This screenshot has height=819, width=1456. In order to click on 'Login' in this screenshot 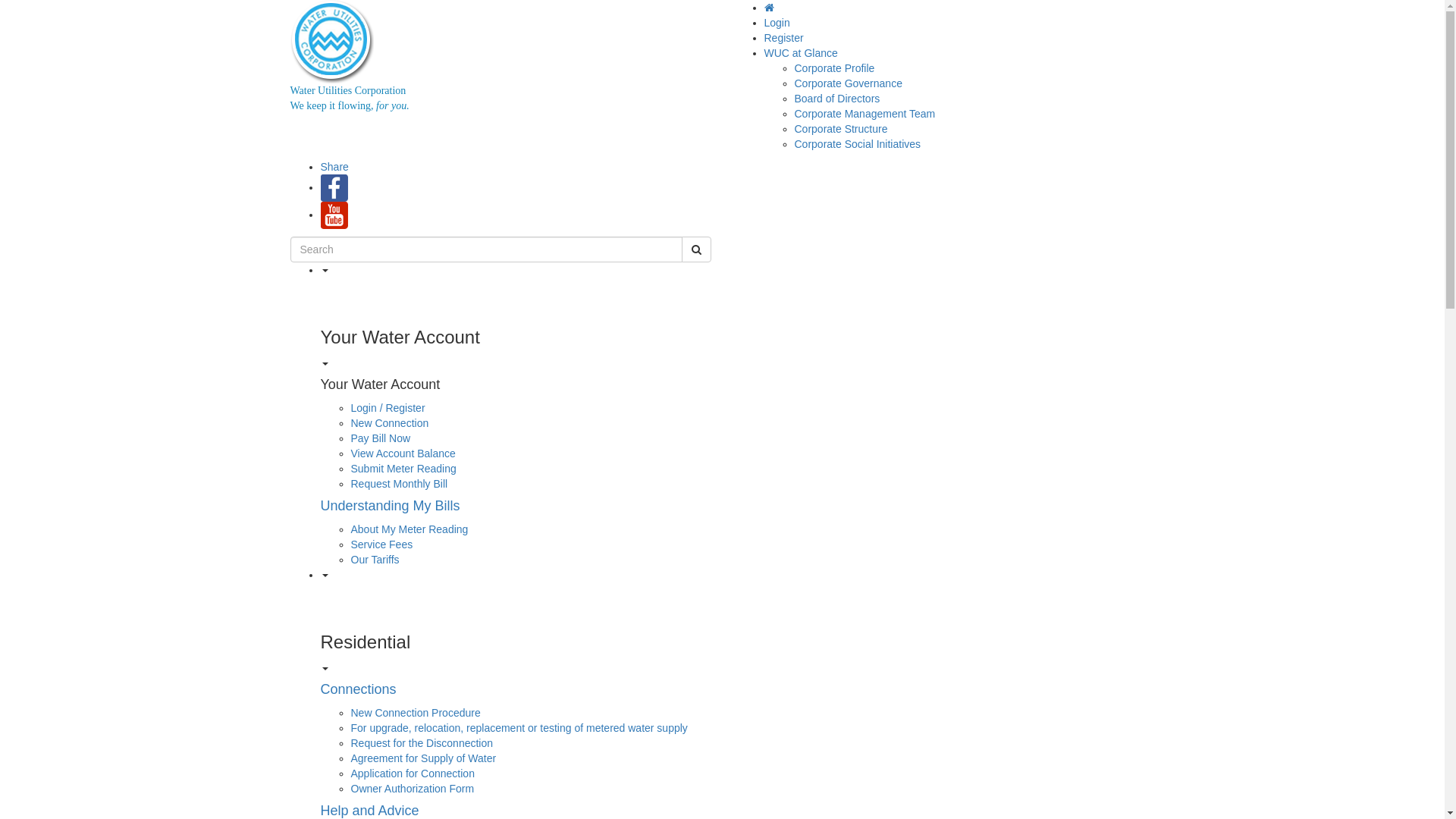, I will do `click(777, 23)`.